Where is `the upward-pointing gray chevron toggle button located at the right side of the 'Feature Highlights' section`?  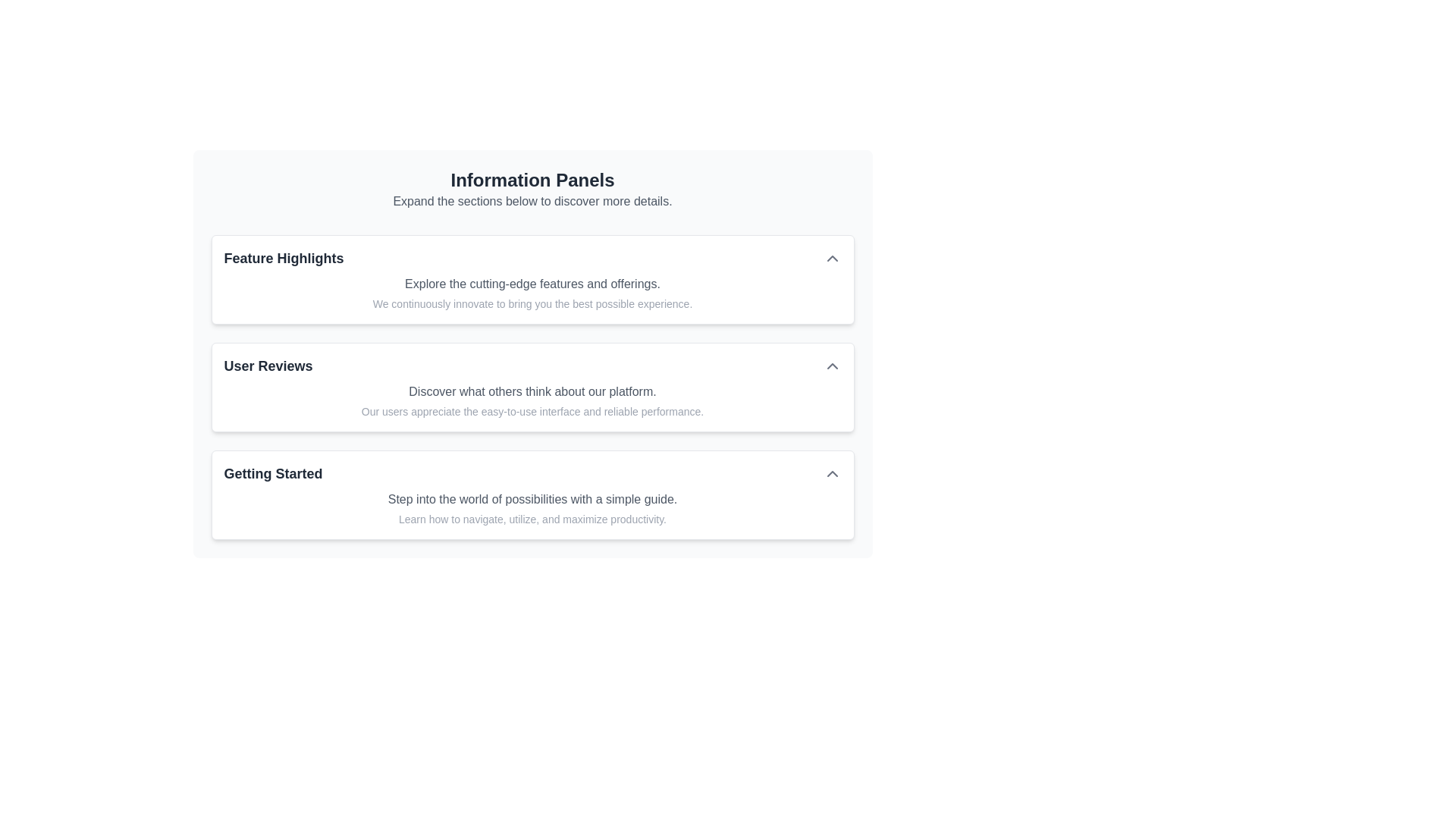 the upward-pointing gray chevron toggle button located at the right side of the 'Feature Highlights' section is located at coordinates (831, 257).